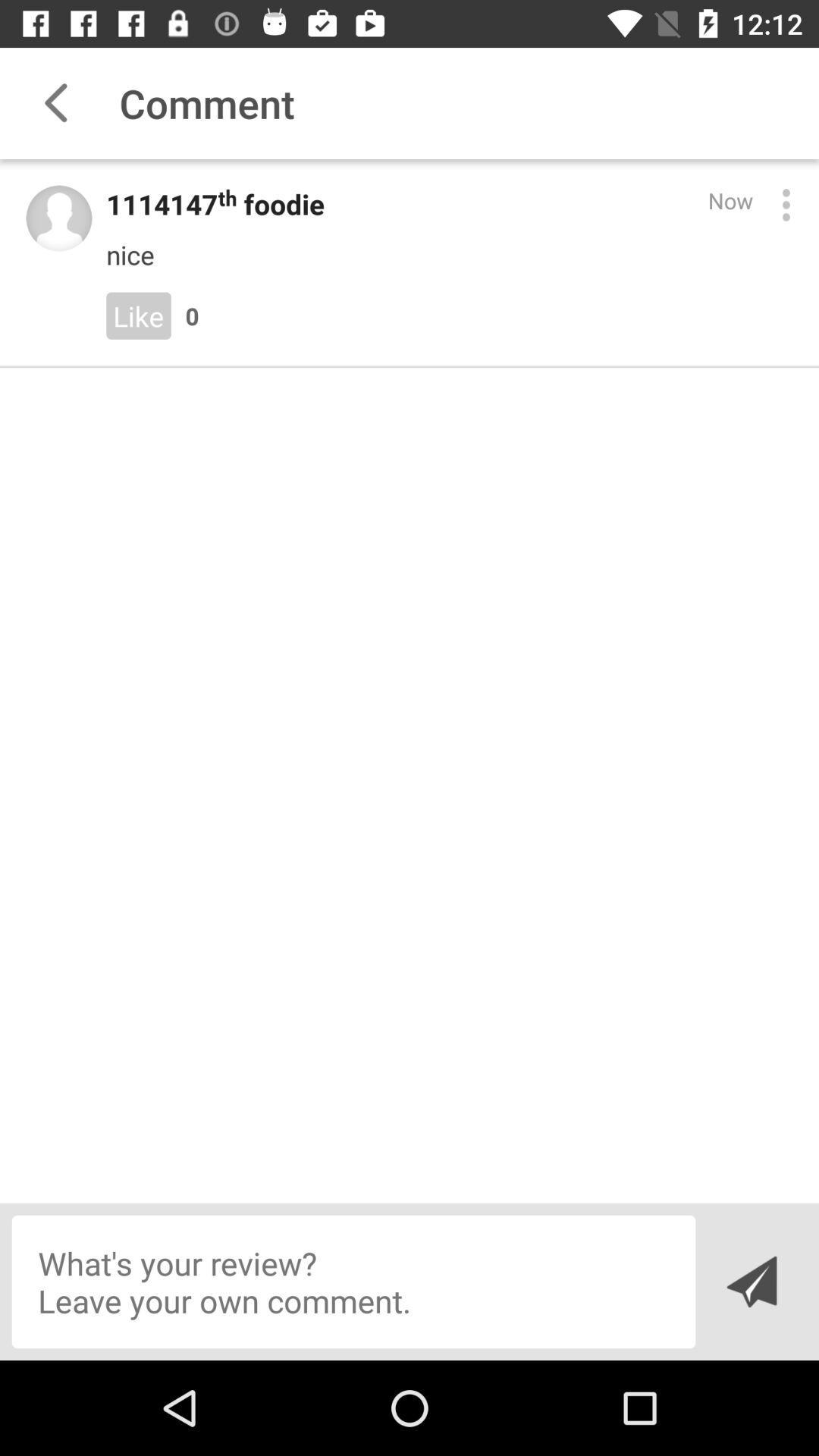 The height and width of the screenshot is (1456, 819). What do you see at coordinates (751, 1281) in the screenshot?
I see `the send icon` at bounding box center [751, 1281].